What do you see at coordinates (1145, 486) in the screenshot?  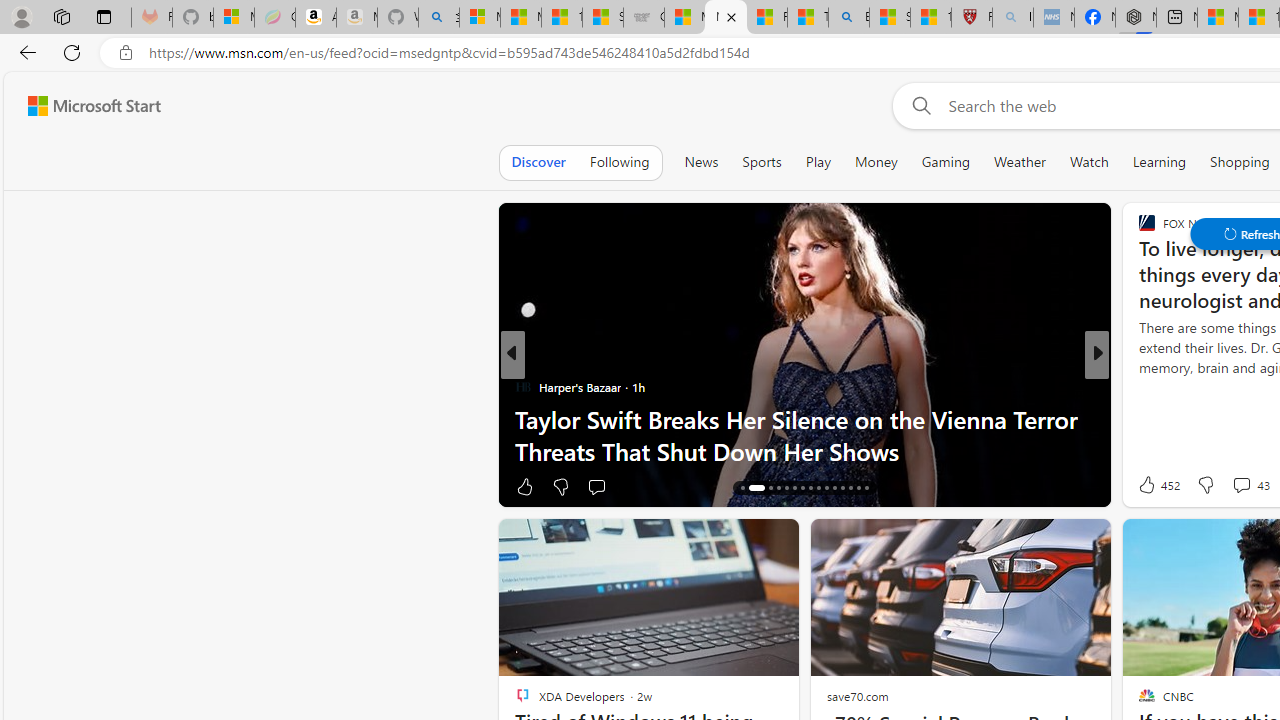 I see `'6 Like'` at bounding box center [1145, 486].